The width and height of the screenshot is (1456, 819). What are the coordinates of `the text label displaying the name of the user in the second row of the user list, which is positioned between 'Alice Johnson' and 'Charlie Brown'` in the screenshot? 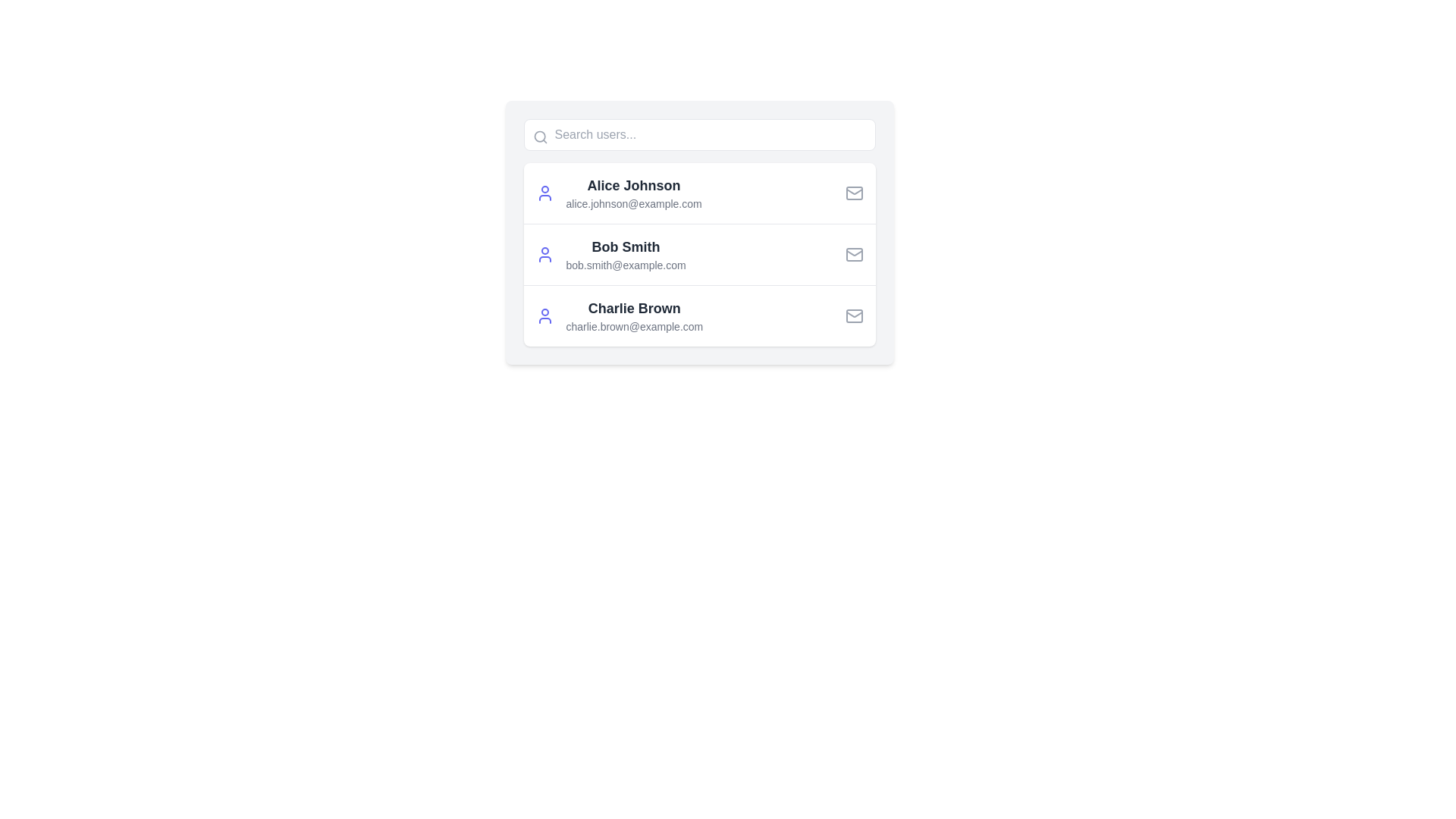 It's located at (626, 246).